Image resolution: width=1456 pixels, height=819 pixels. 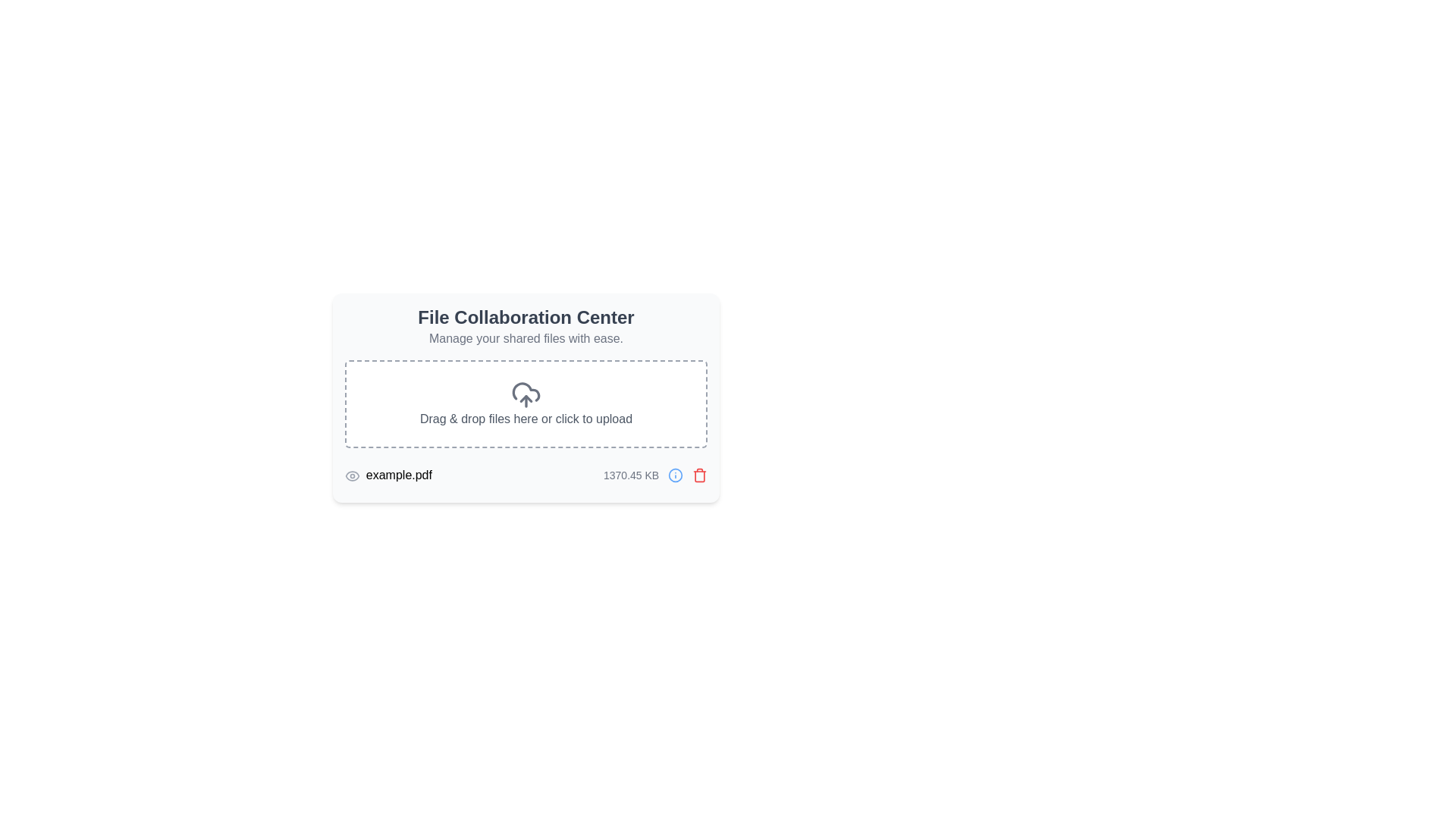 What do you see at coordinates (526, 419) in the screenshot?
I see `the static text component that says 'Drag & drop files here or click to upload', which is styled in gray and is centrally located below a cloud upload icon` at bounding box center [526, 419].